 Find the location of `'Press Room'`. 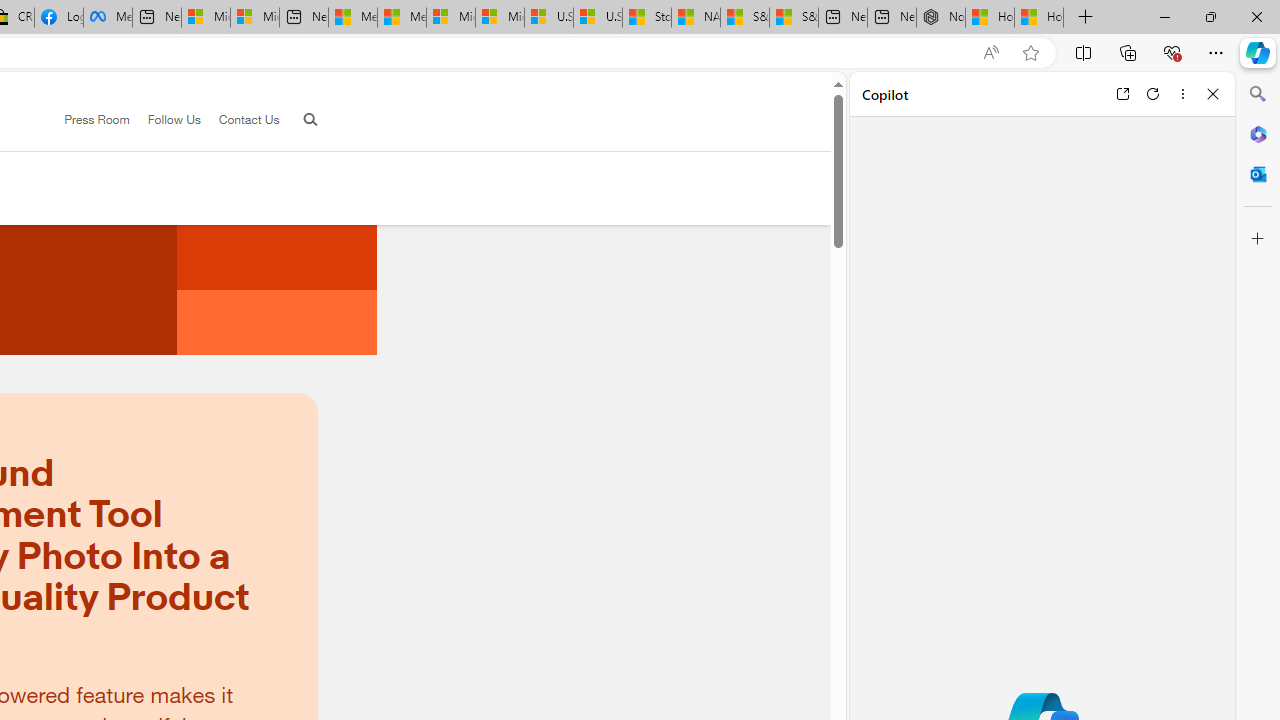

'Press Room' is located at coordinates (96, 119).